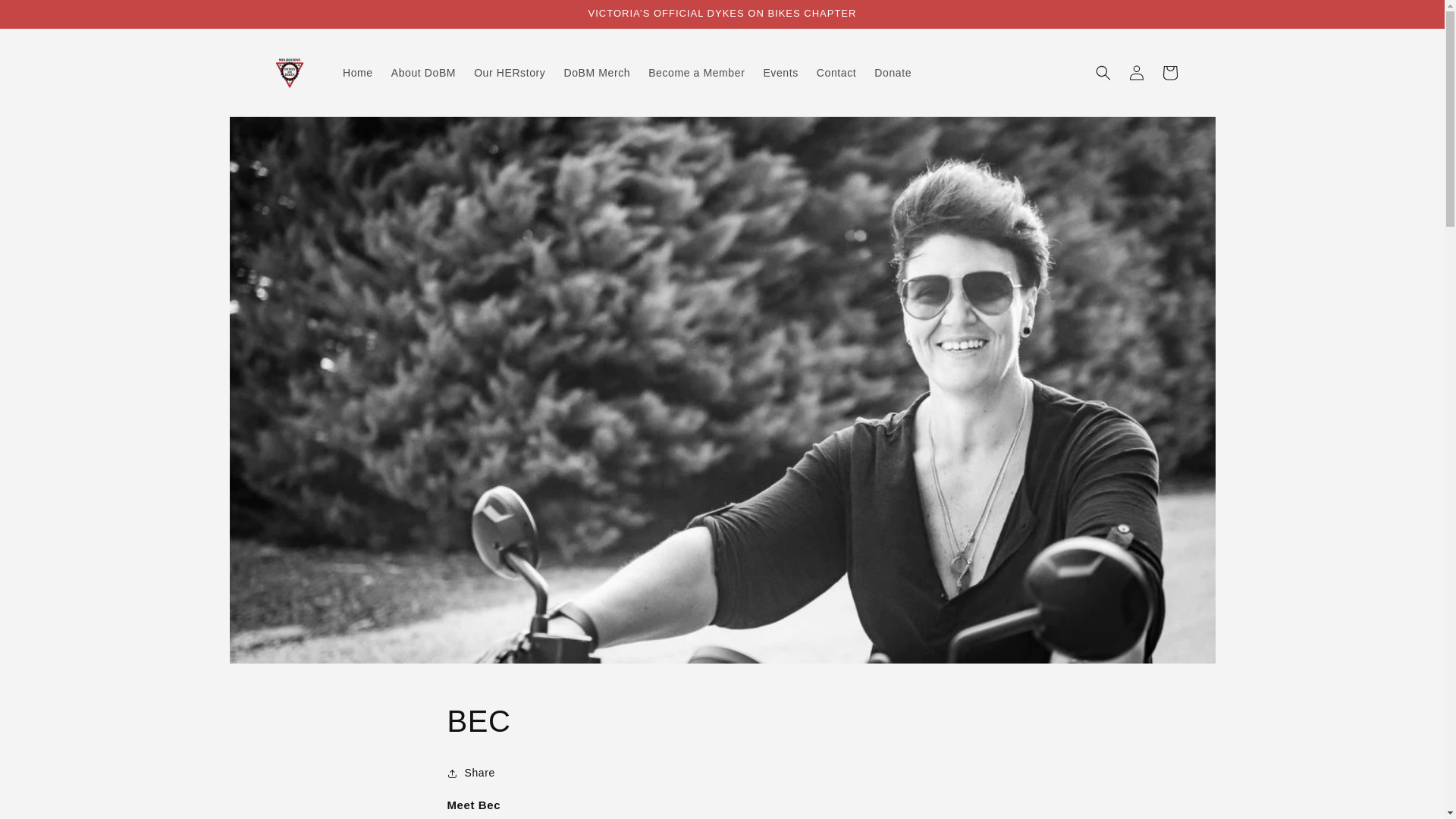 The width and height of the screenshot is (1456, 819). I want to click on 'DoBM Merch', so click(596, 73).